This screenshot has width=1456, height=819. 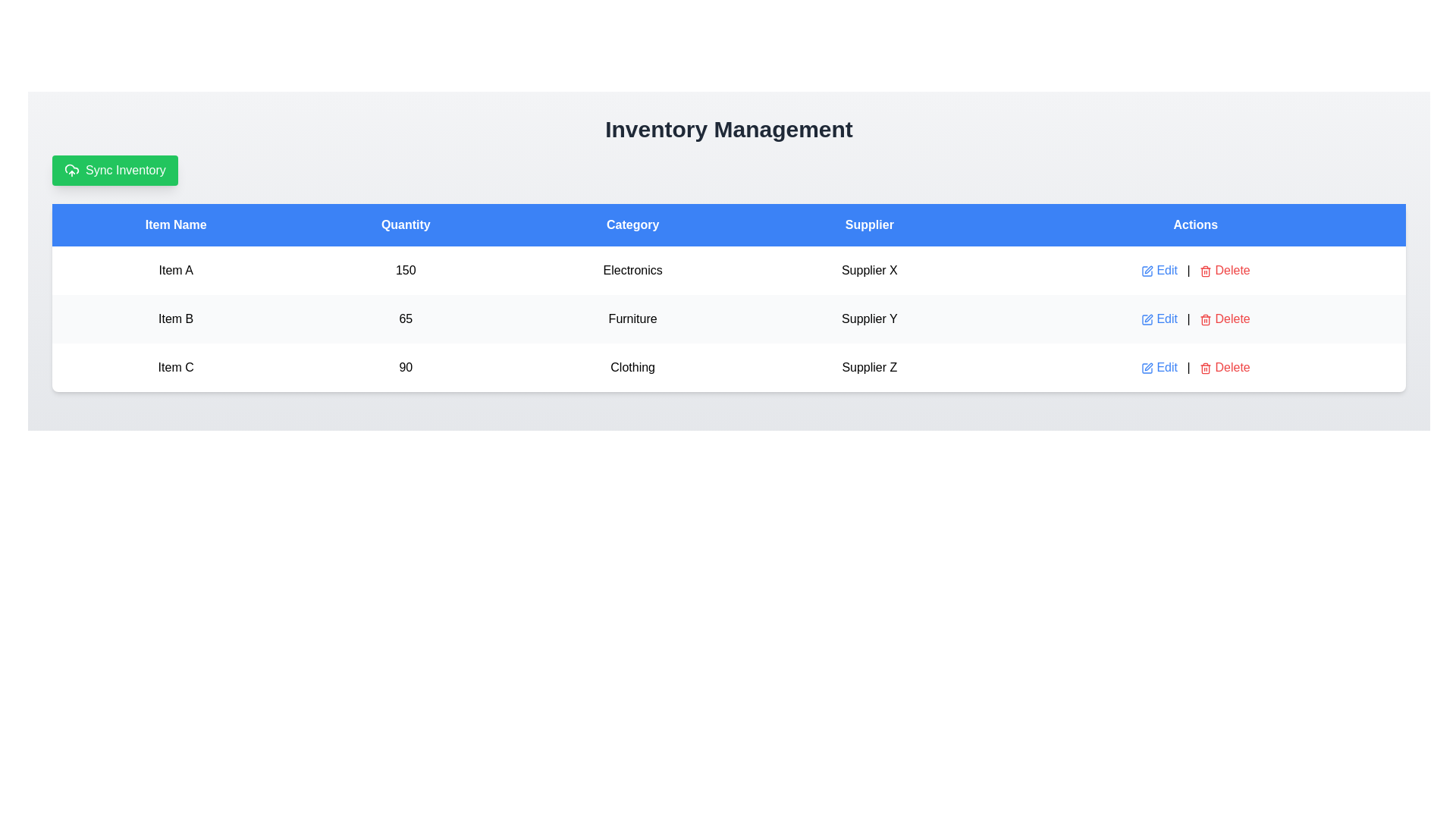 What do you see at coordinates (1158, 270) in the screenshot?
I see `the 'Edit' button, which is a clickable blue text with a pen icon located` at bounding box center [1158, 270].